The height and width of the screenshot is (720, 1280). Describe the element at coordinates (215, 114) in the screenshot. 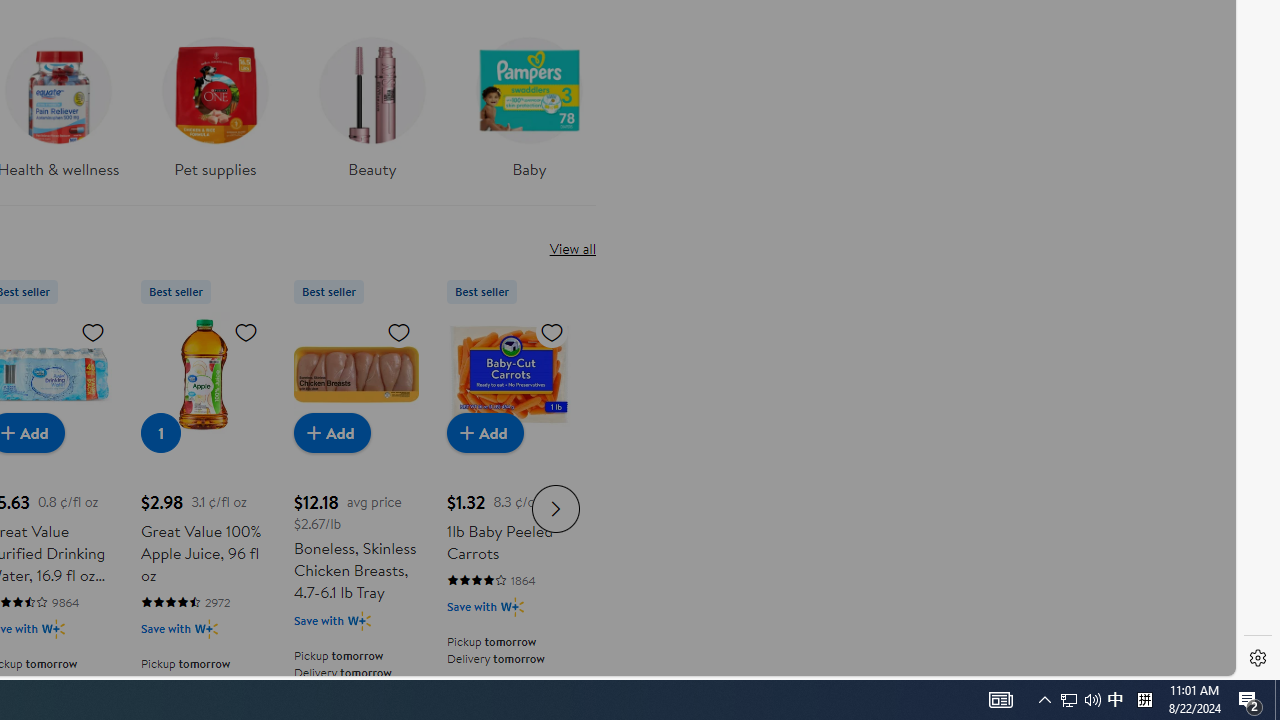

I see `'Pet supplies'` at that location.